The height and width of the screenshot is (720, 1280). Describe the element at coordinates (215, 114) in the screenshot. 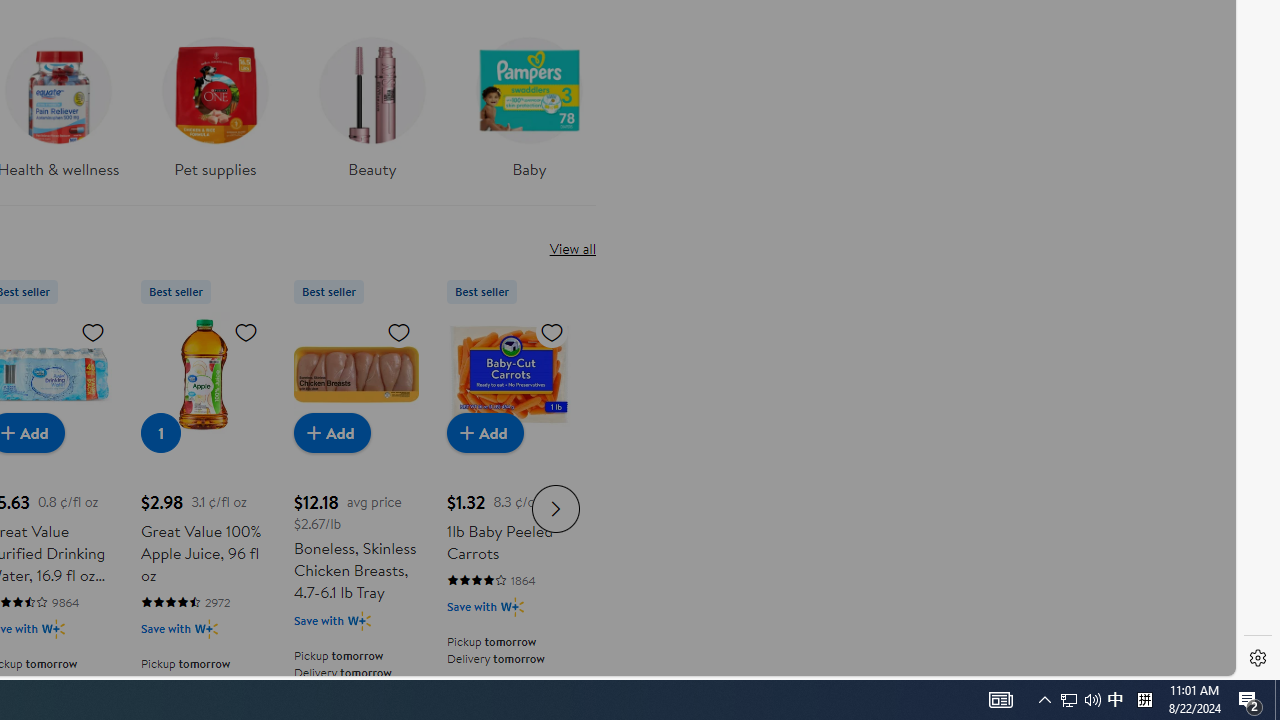

I see `'Pet supplies'` at that location.